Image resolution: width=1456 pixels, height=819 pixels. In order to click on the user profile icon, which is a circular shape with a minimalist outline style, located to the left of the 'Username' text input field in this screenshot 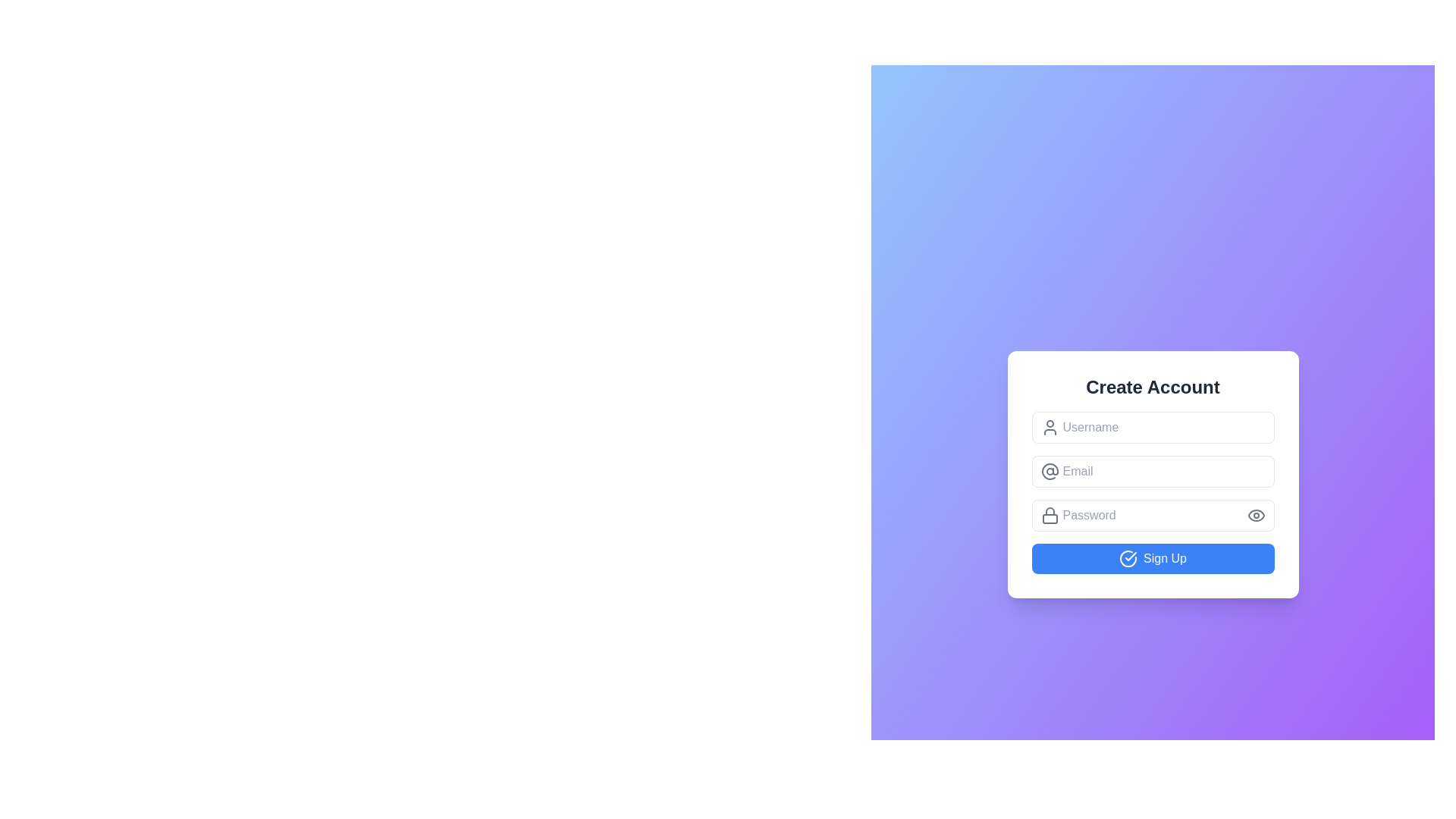, I will do `click(1049, 427)`.